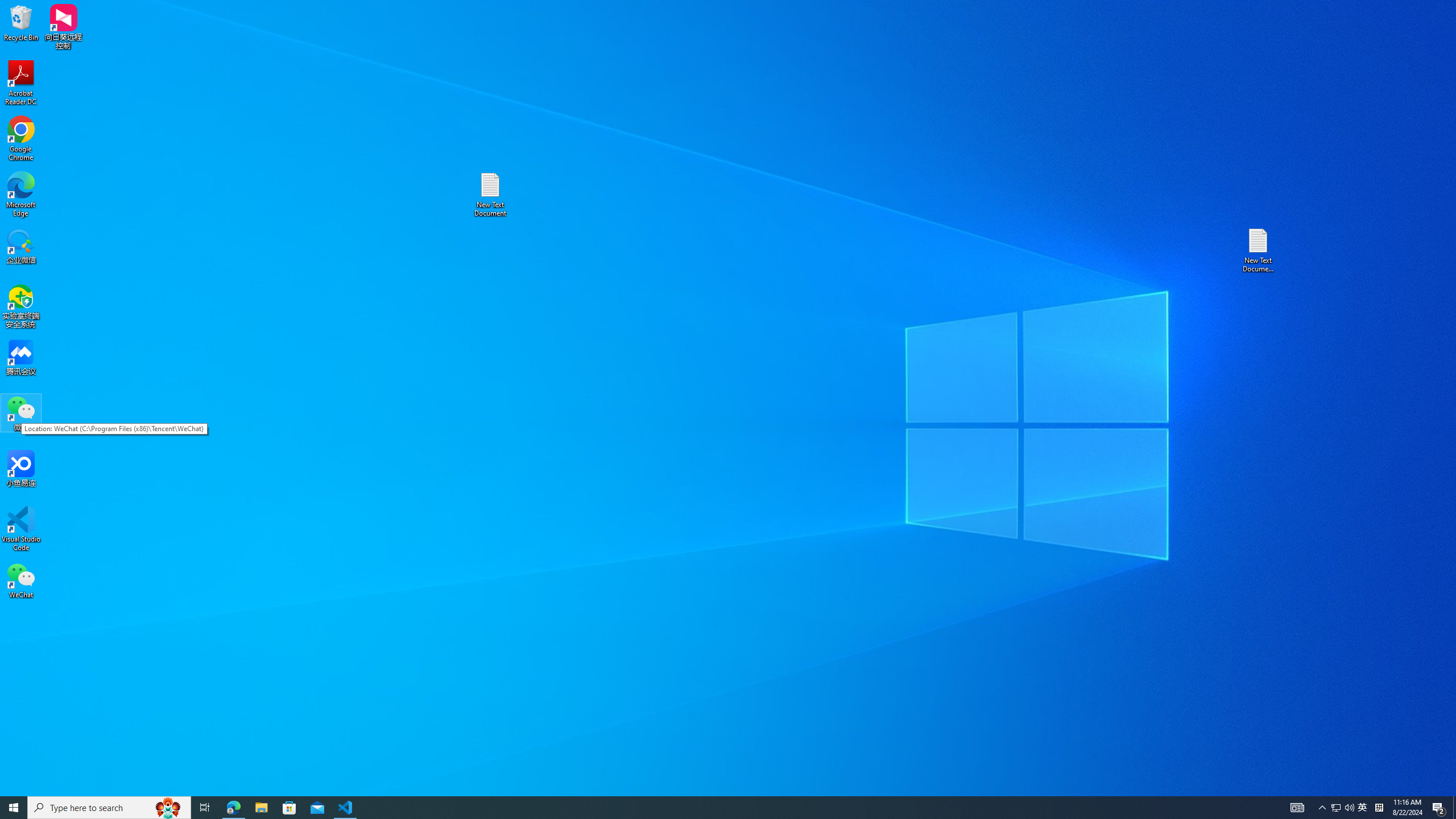 The height and width of the screenshot is (819, 1456). I want to click on 'AutomationID: 4105', so click(1296, 806).